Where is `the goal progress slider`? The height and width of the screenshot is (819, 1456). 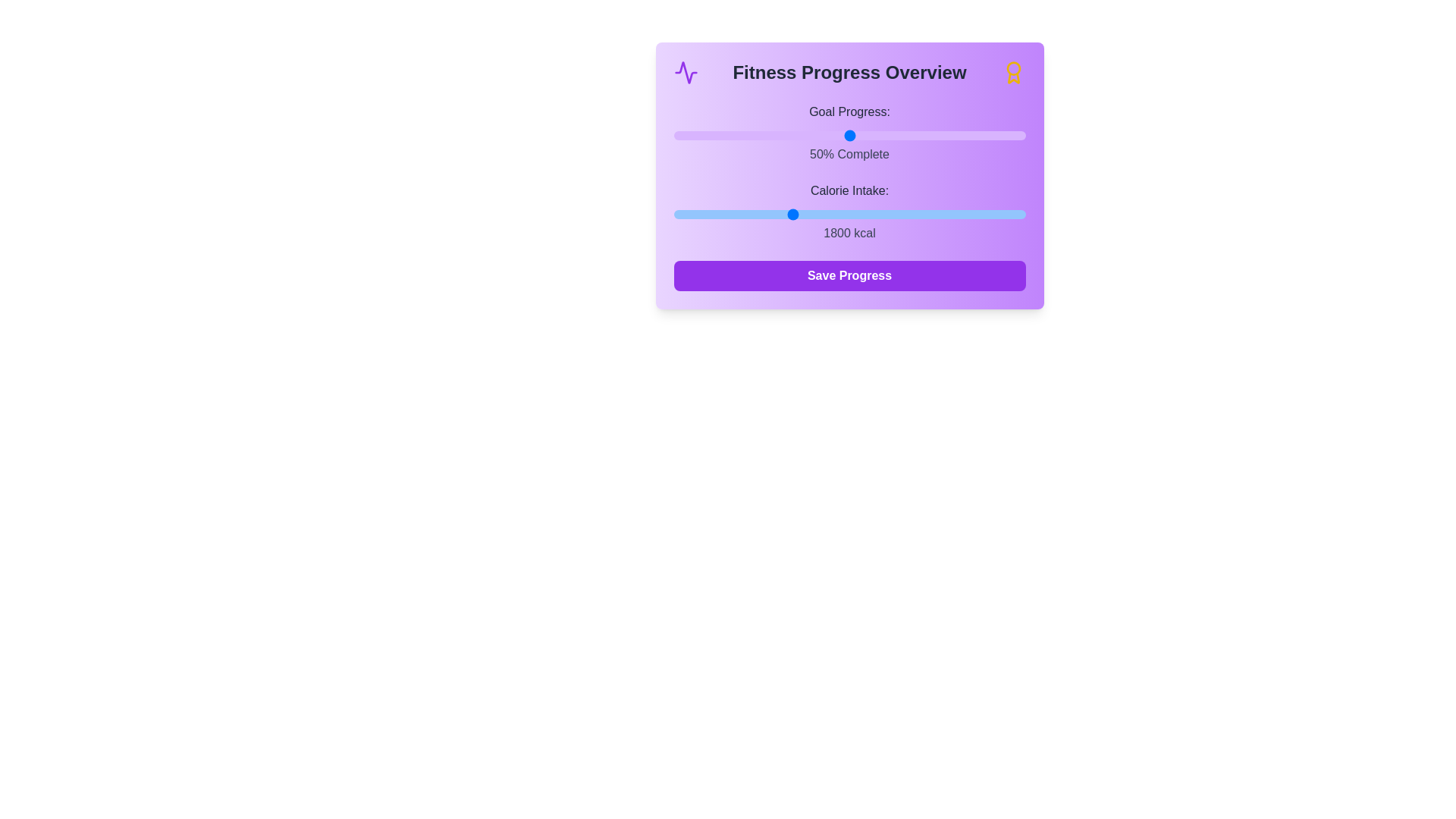
the goal progress slider is located at coordinates (1001, 134).